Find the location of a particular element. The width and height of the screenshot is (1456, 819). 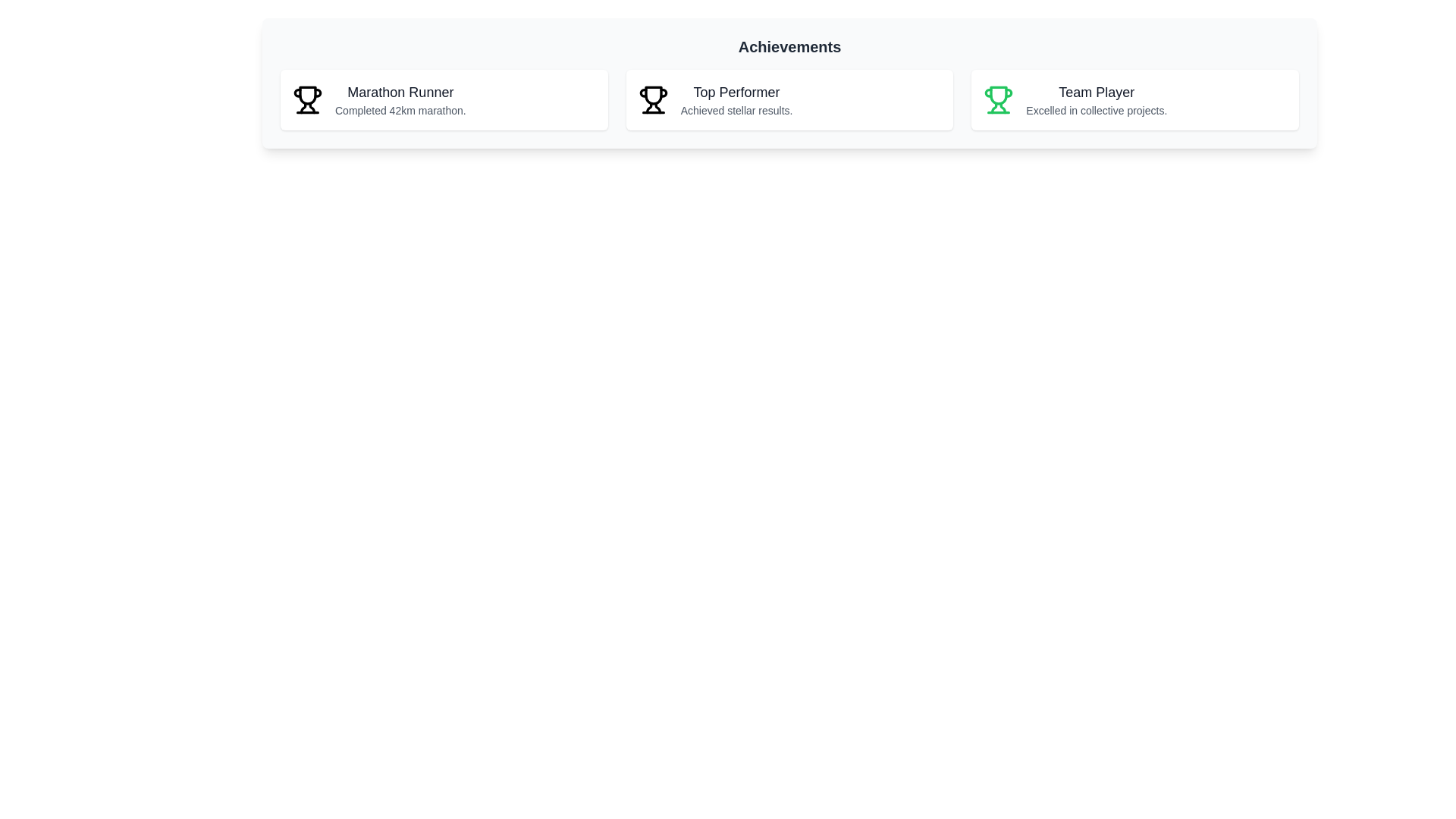

the green trophy icon located in the top-right section of the interface within the 'Team Player' panel, positioned left of the achievement text is located at coordinates (999, 99).